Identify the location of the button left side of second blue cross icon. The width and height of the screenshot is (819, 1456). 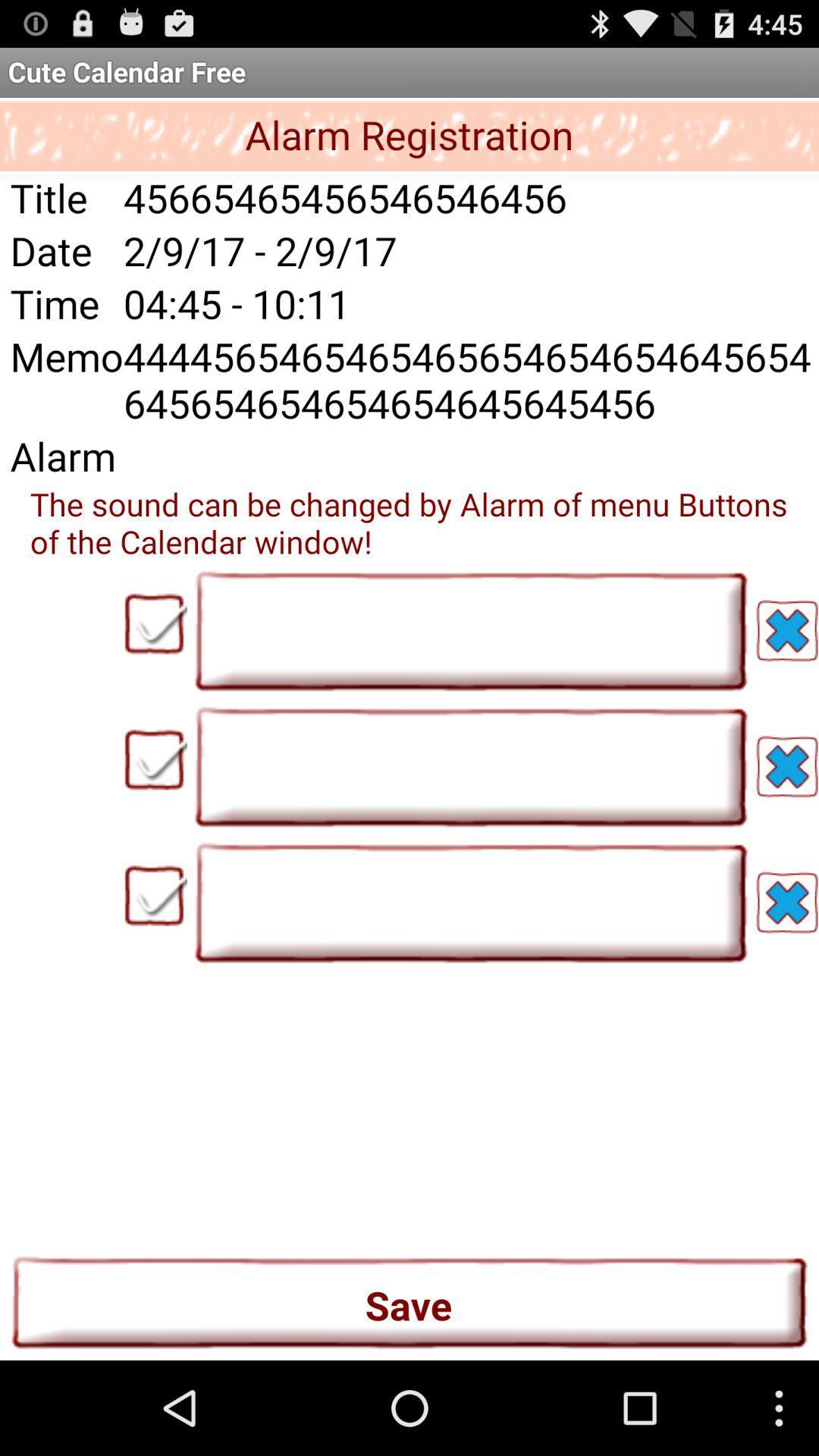
(470, 767).